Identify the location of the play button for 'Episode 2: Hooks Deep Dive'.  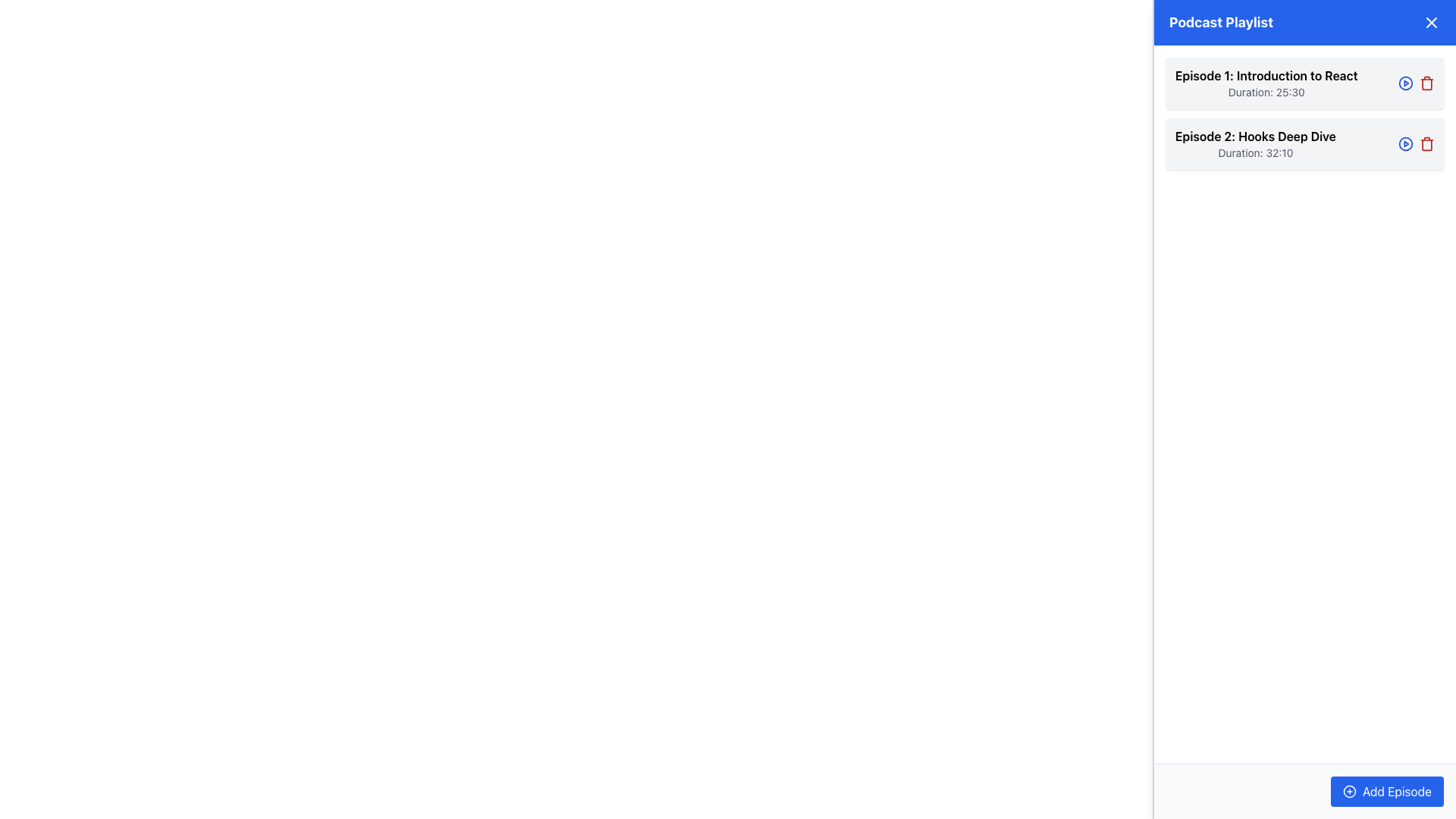
(1404, 143).